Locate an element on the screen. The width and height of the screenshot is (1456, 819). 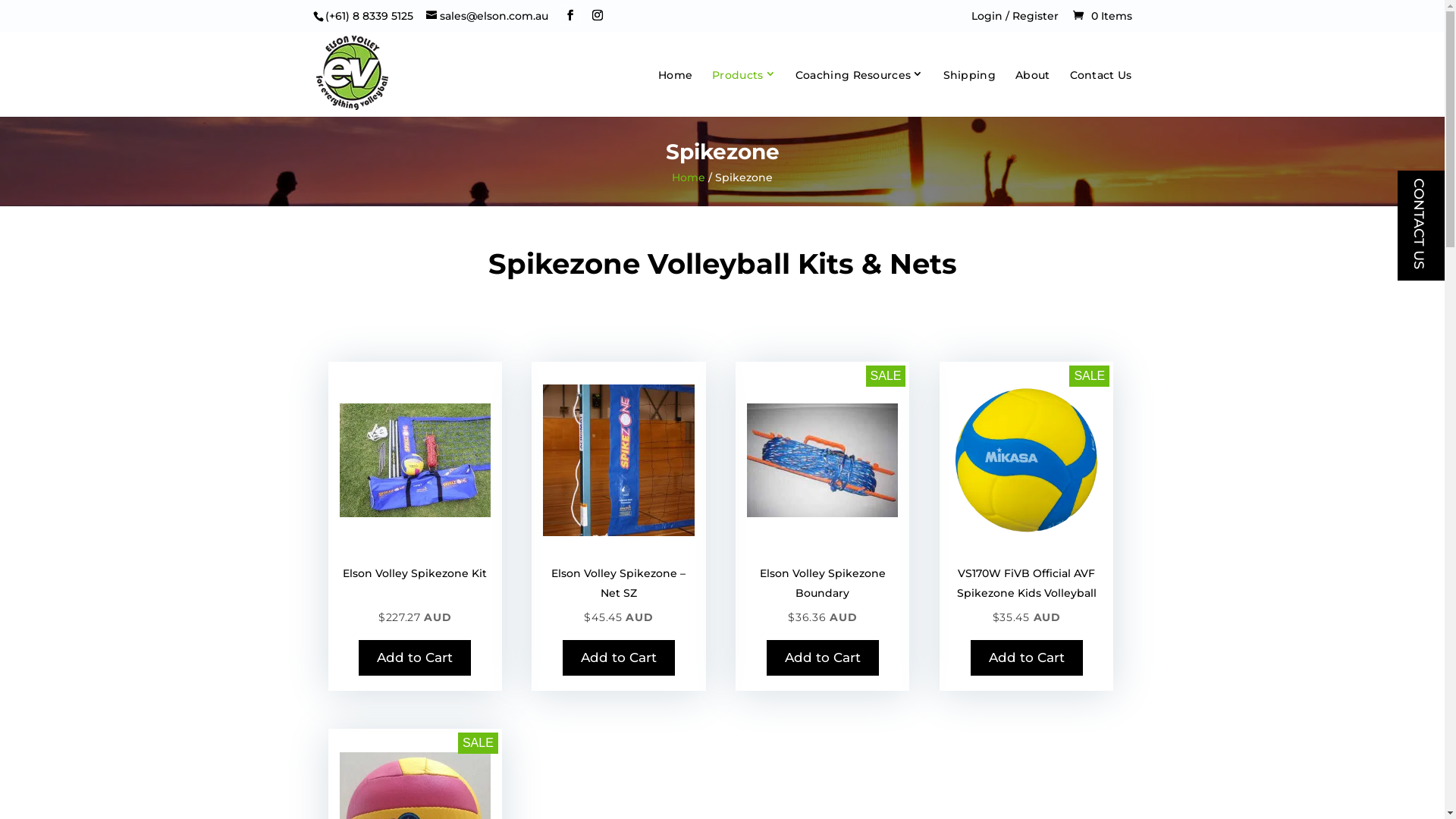
'Home' is located at coordinates (687, 177).